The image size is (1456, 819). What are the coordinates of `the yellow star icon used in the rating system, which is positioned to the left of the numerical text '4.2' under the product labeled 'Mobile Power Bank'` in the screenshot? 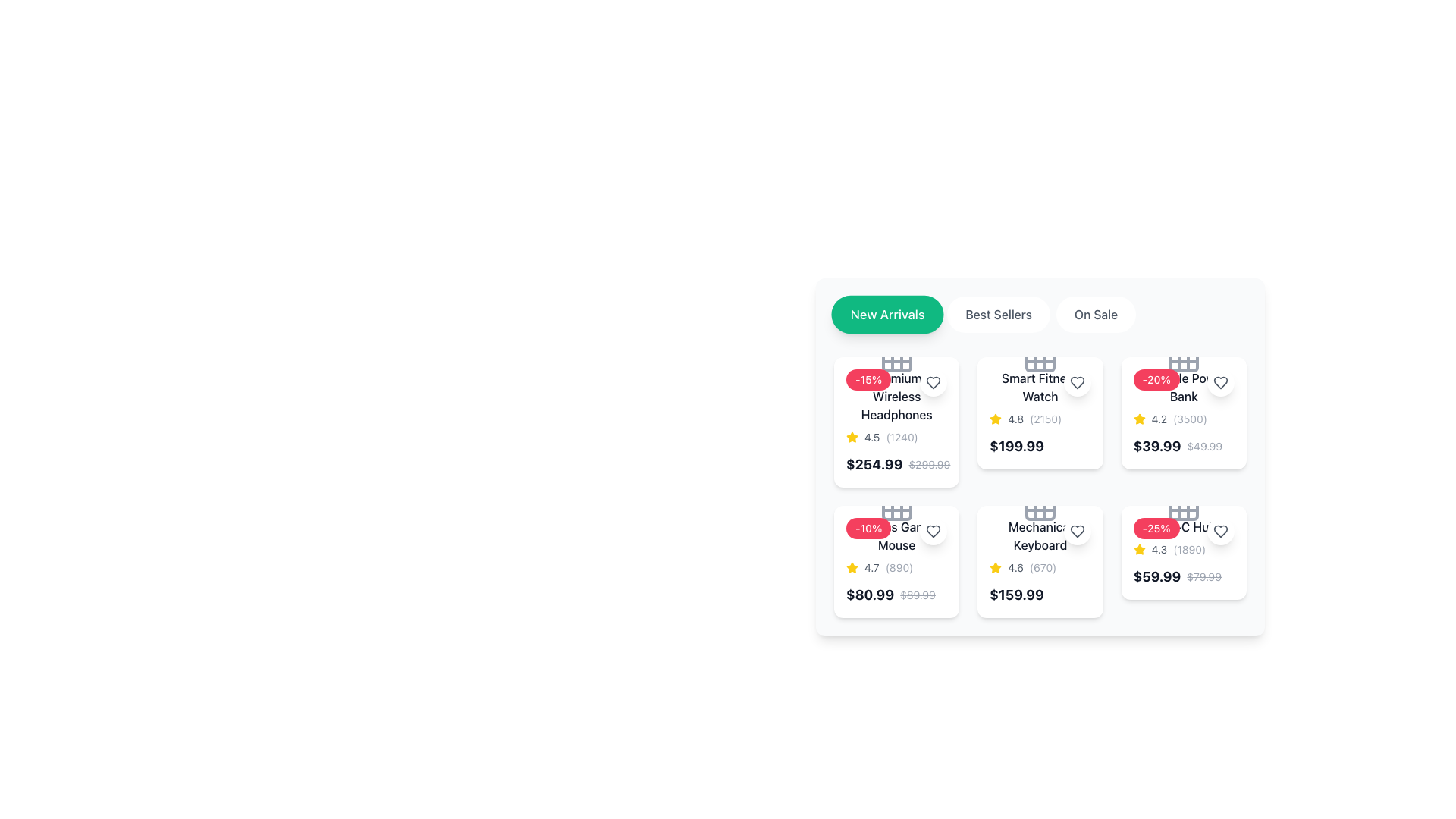 It's located at (1139, 419).